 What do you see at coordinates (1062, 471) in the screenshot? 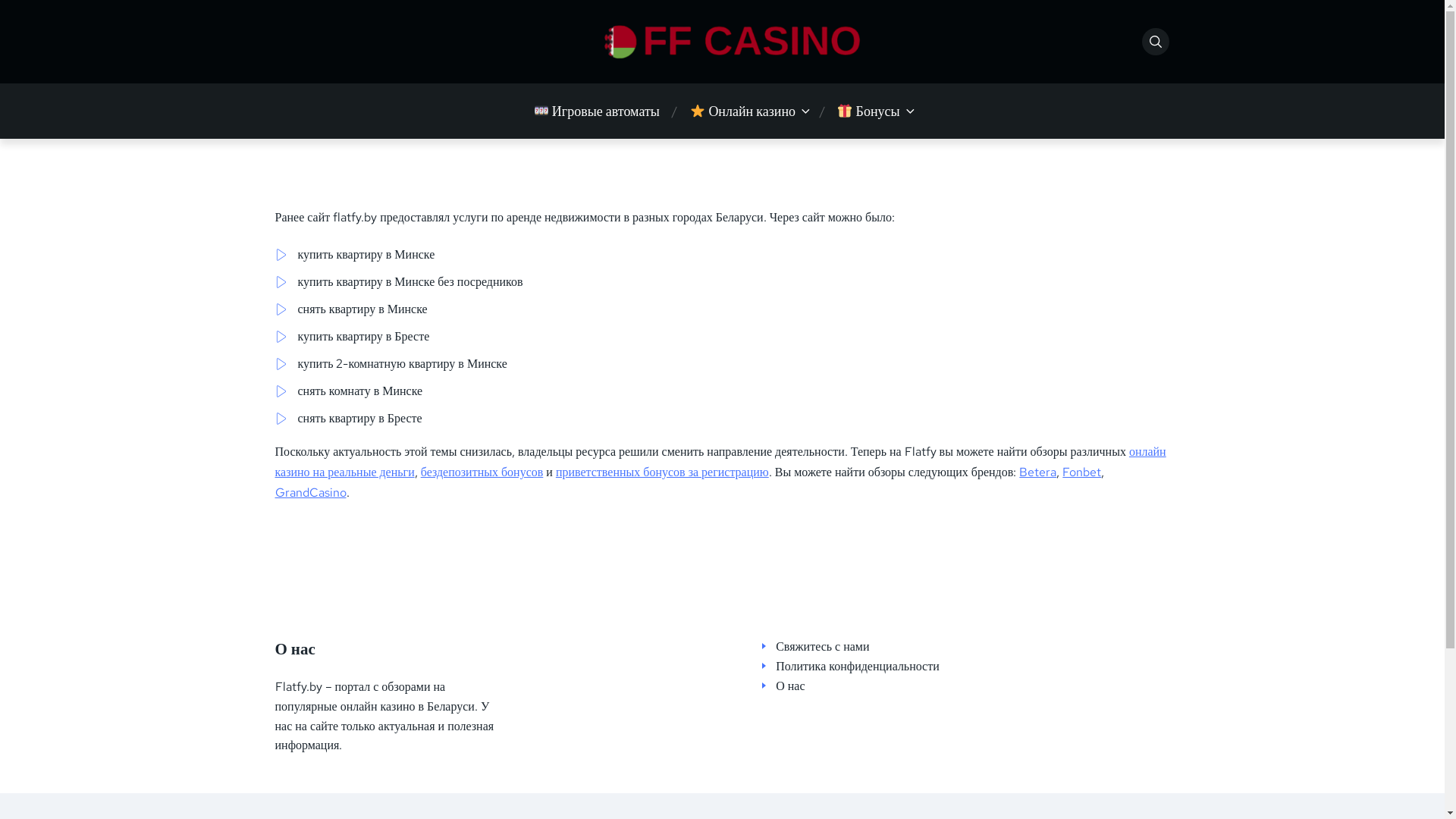
I see `'Fonbet'` at bounding box center [1062, 471].